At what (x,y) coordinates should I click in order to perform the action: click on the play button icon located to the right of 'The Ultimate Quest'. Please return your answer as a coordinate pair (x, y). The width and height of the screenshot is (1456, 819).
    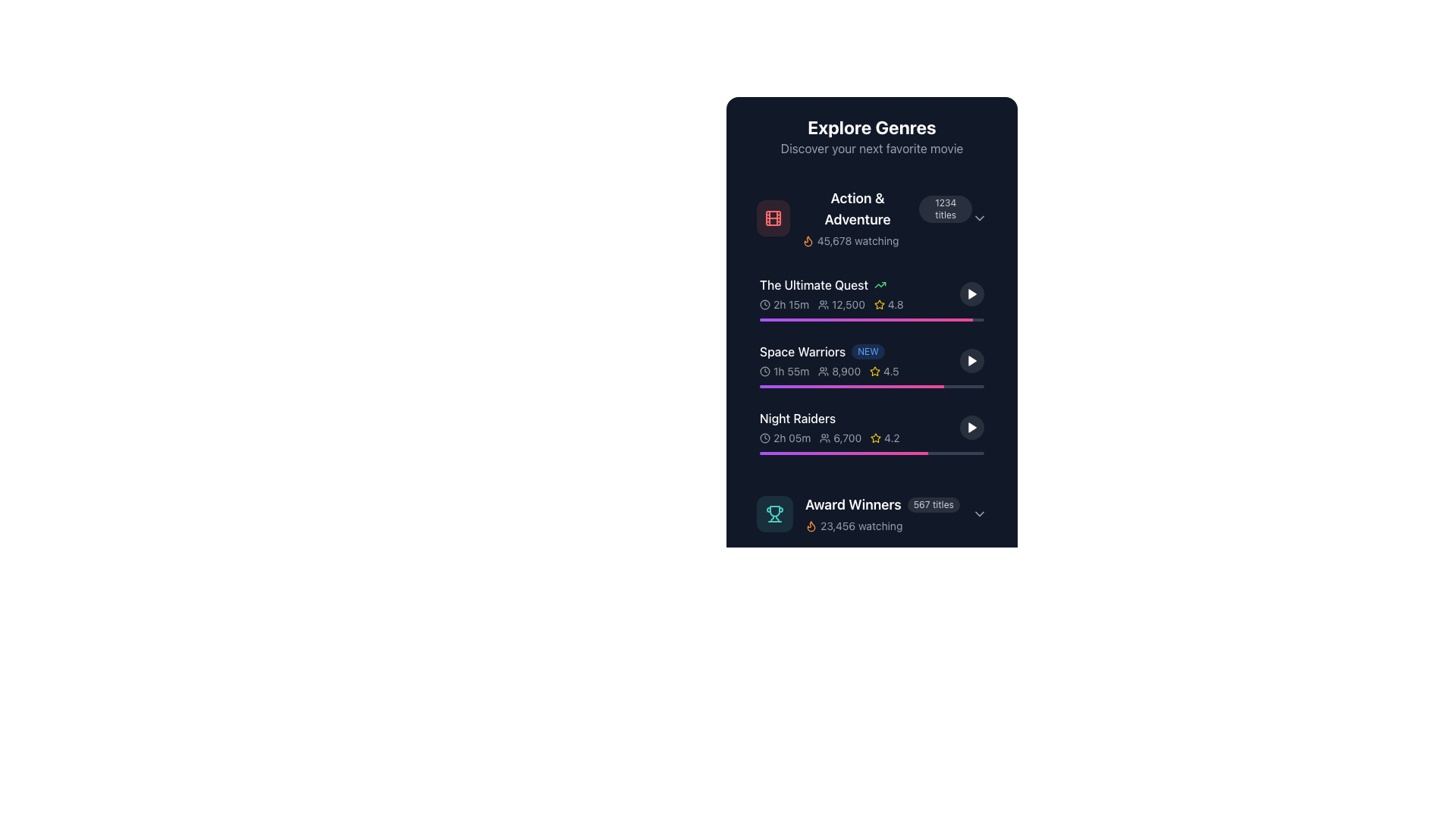
    Looking at the image, I should click on (971, 294).